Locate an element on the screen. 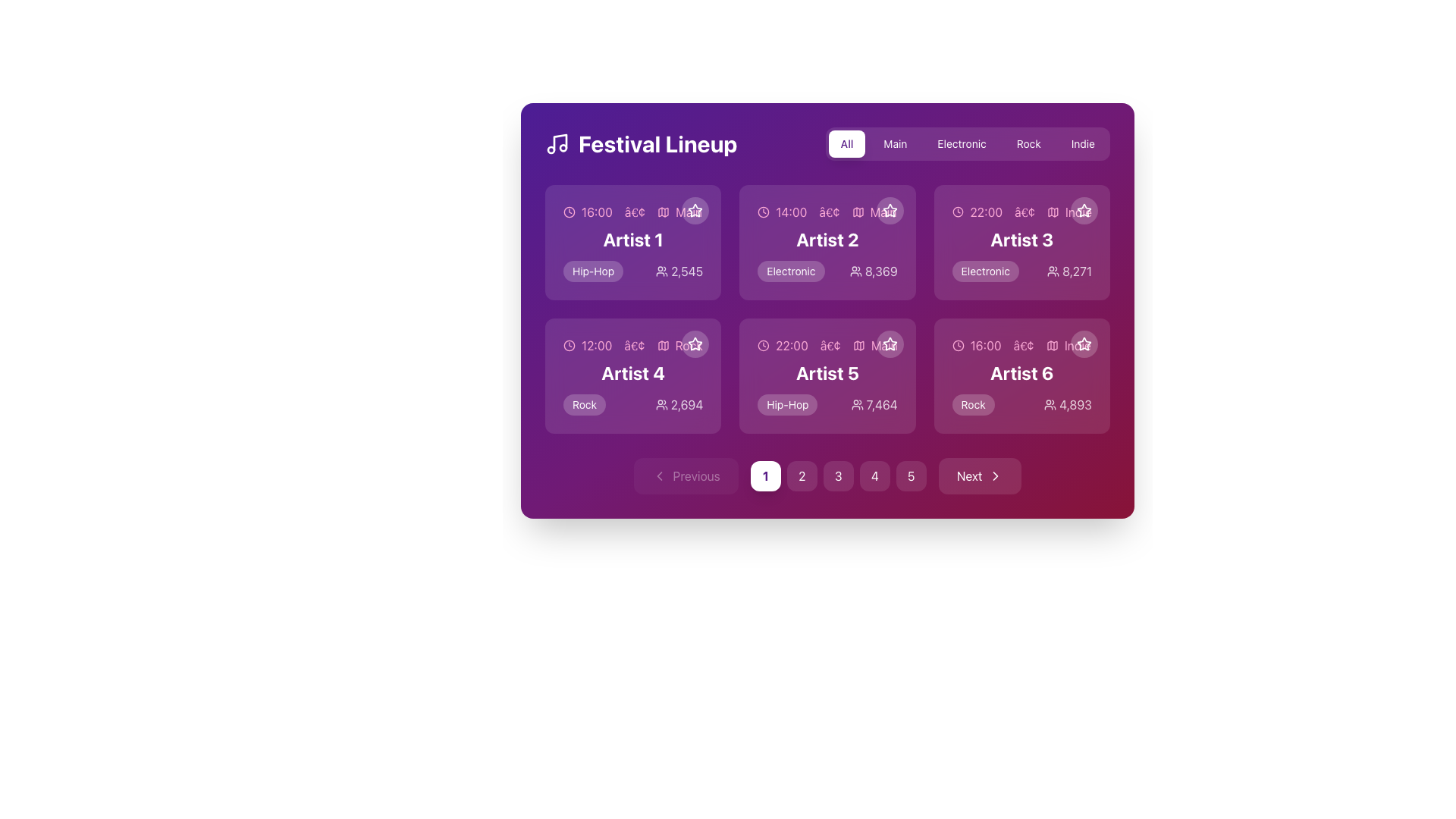 This screenshot has width=1456, height=819. the star-shaped icon used for marking an artist or item as a favorite, located in the top-right corner of the 'Artist 5' card in the second row, second column of the grid is located at coordinates (890, 344).